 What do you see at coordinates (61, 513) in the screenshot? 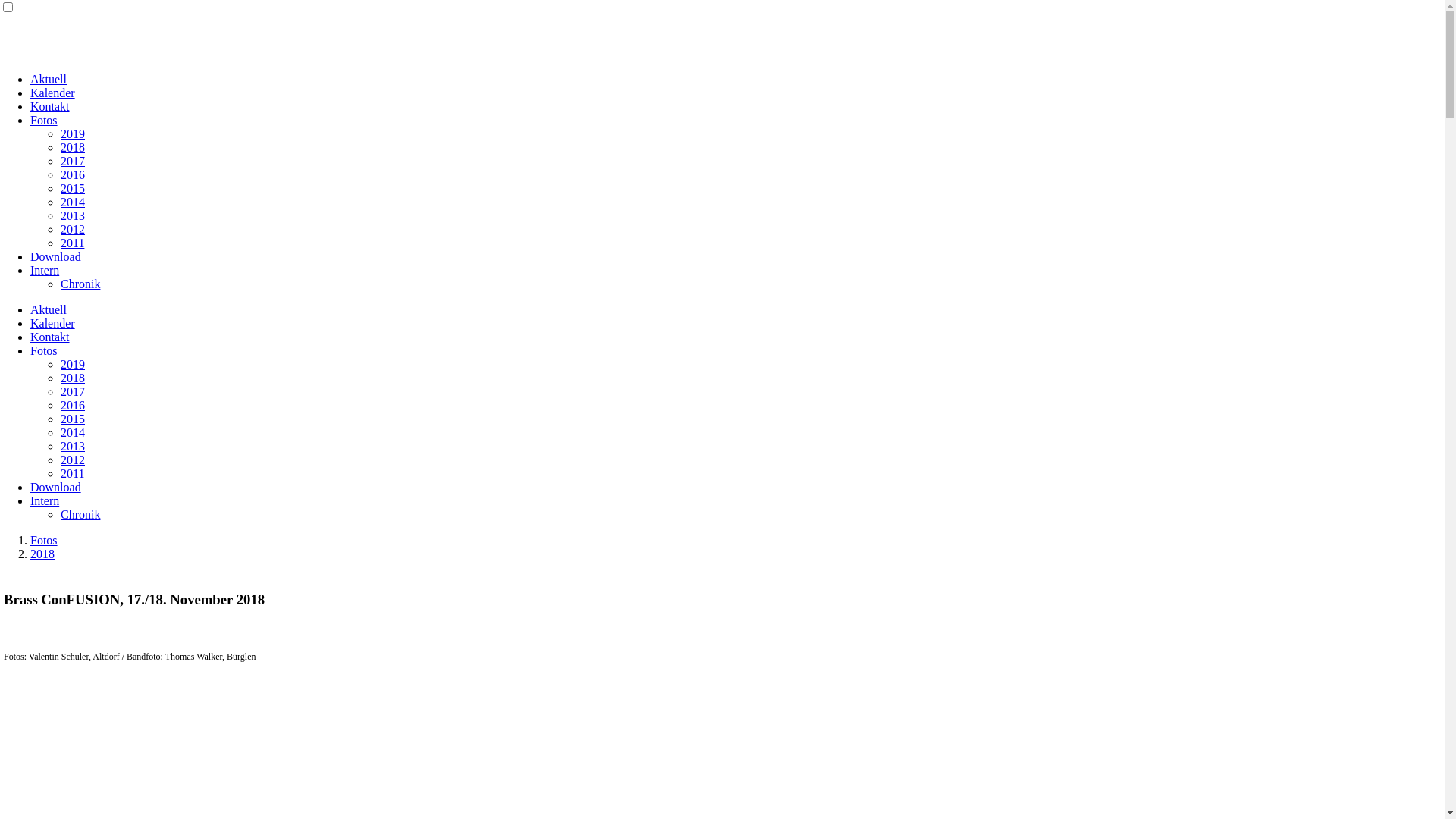
I see `'Chronik'` at bounding box center [61, 513].